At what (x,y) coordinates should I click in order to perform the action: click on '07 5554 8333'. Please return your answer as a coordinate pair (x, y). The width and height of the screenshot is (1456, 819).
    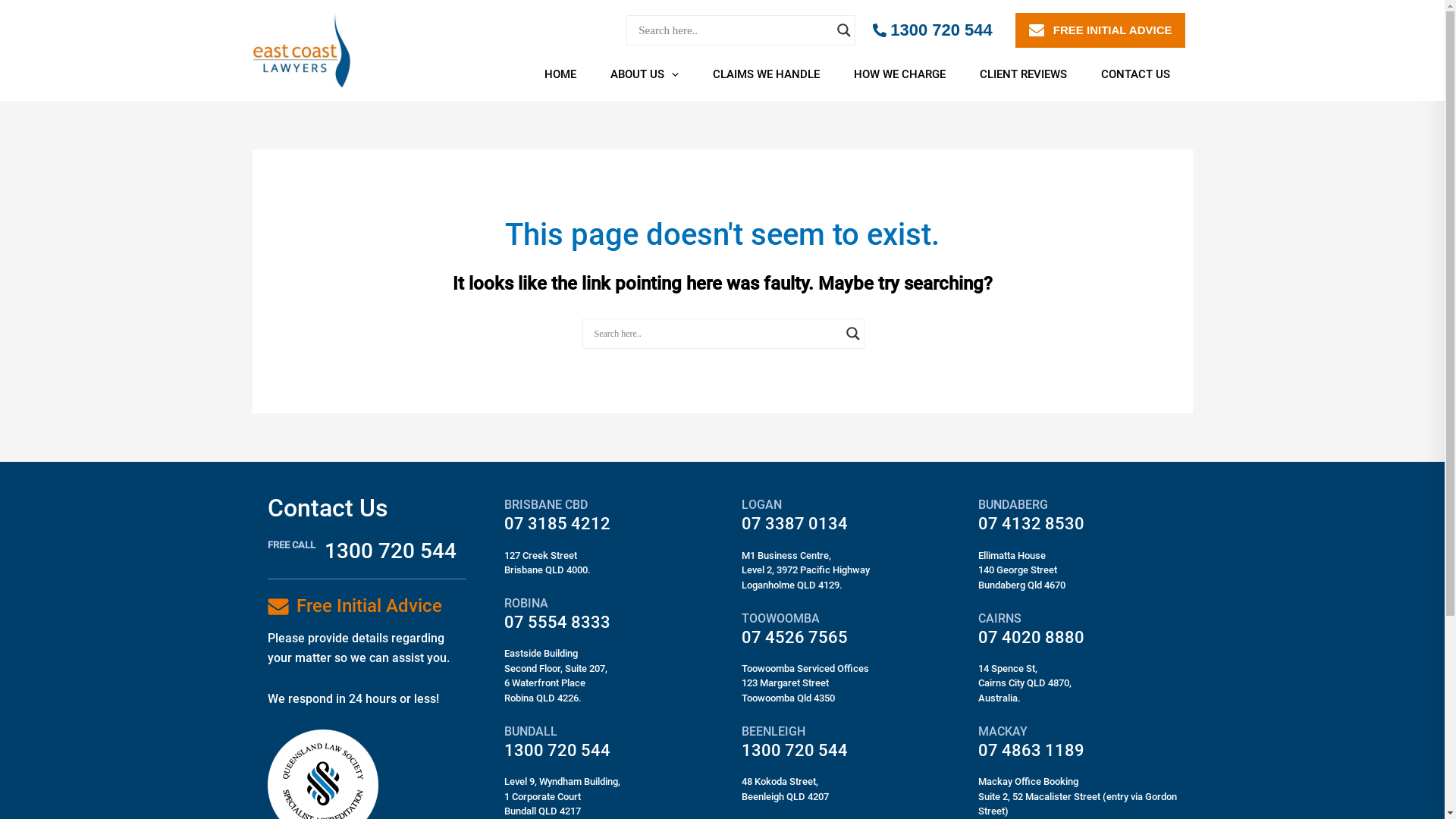
    Looking at the image, I should click on (556, 622).